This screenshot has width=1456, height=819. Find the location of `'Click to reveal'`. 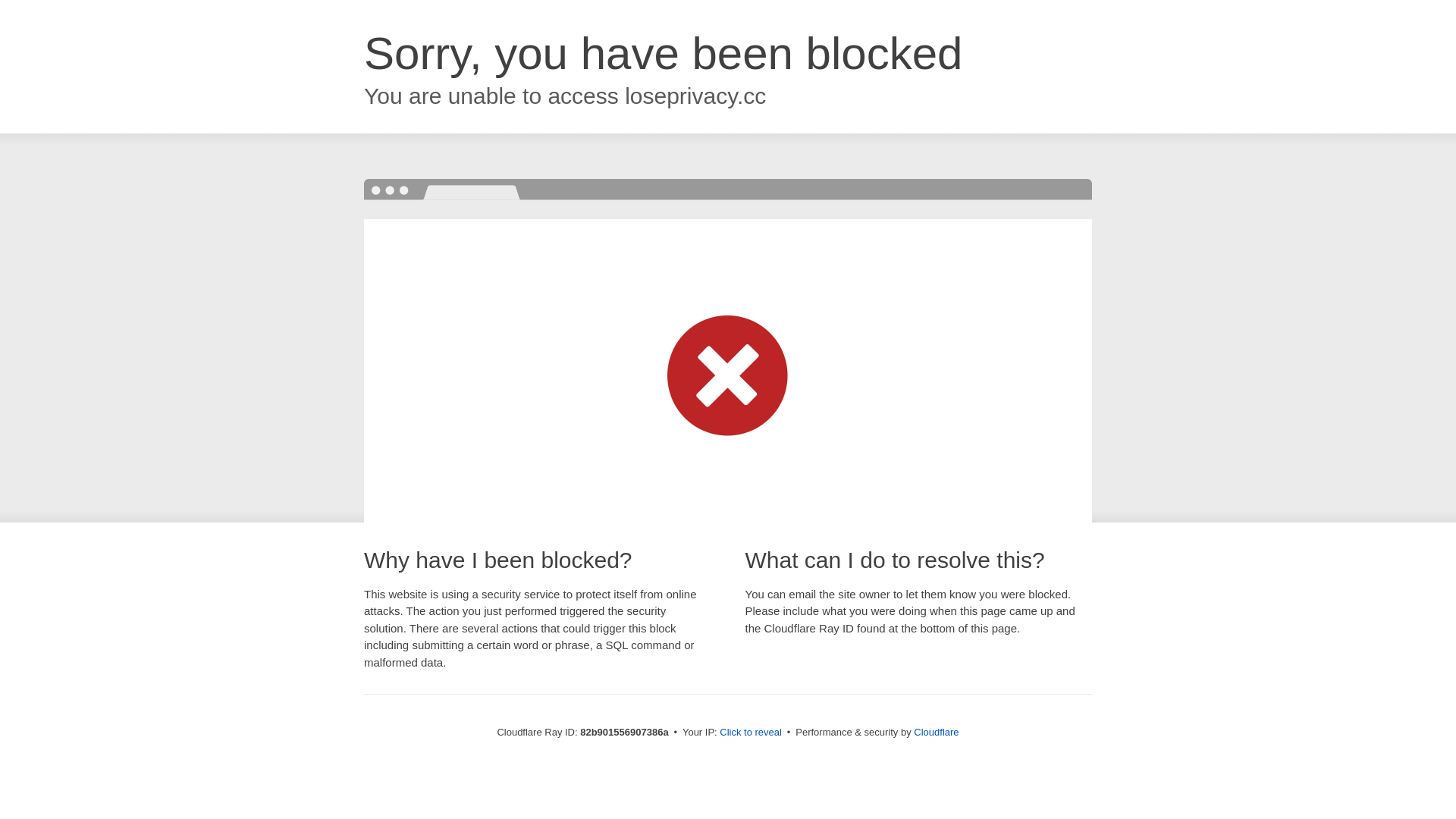

'Click to reveal' is located at coordinates (750, 731).